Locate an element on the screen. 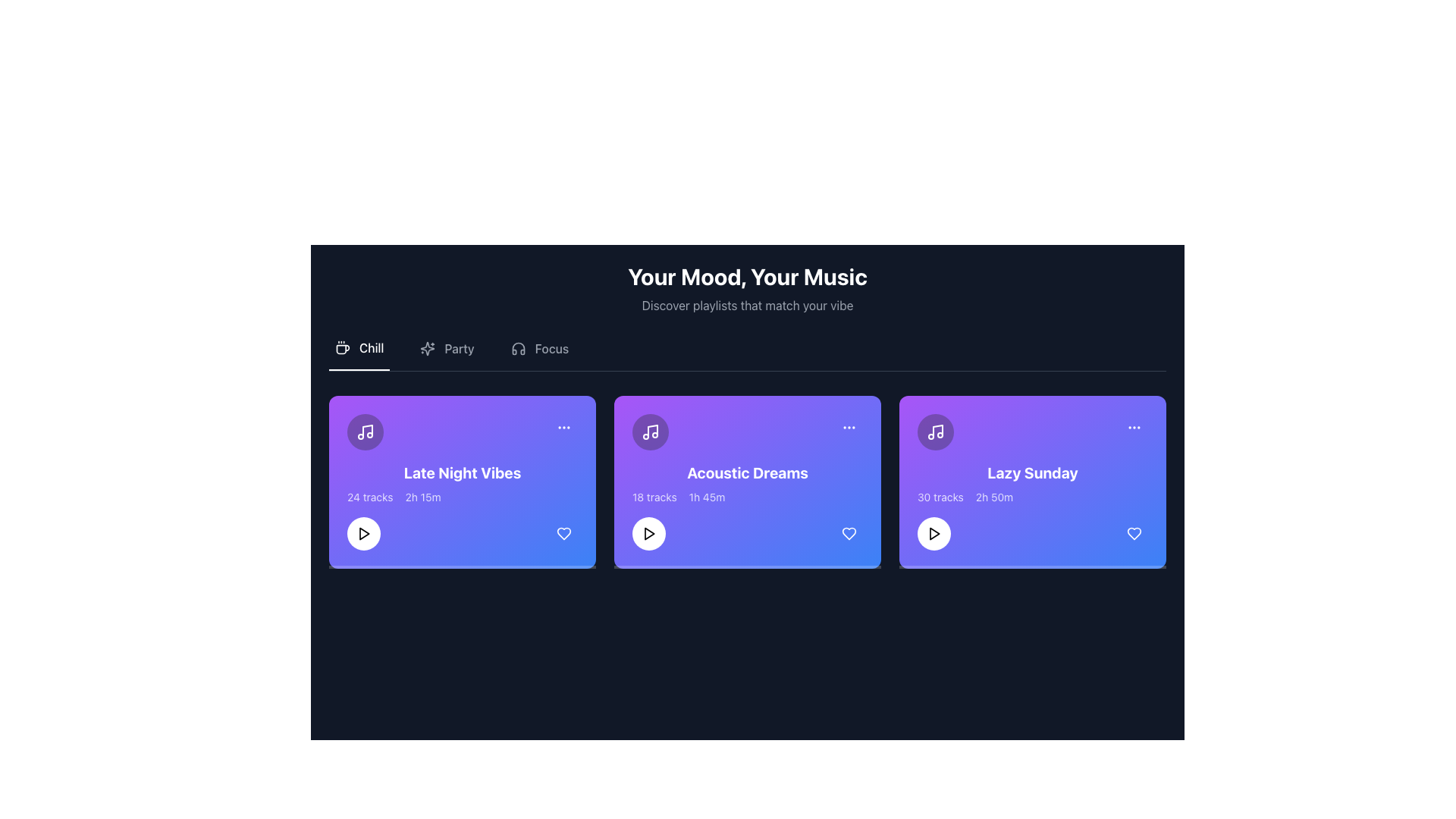 The image size is (1456, 819). the Decorative bar located at the bottom edge of the 'Lazy Sunday' card, which spans its full width is located at coordinates (1032, 567).